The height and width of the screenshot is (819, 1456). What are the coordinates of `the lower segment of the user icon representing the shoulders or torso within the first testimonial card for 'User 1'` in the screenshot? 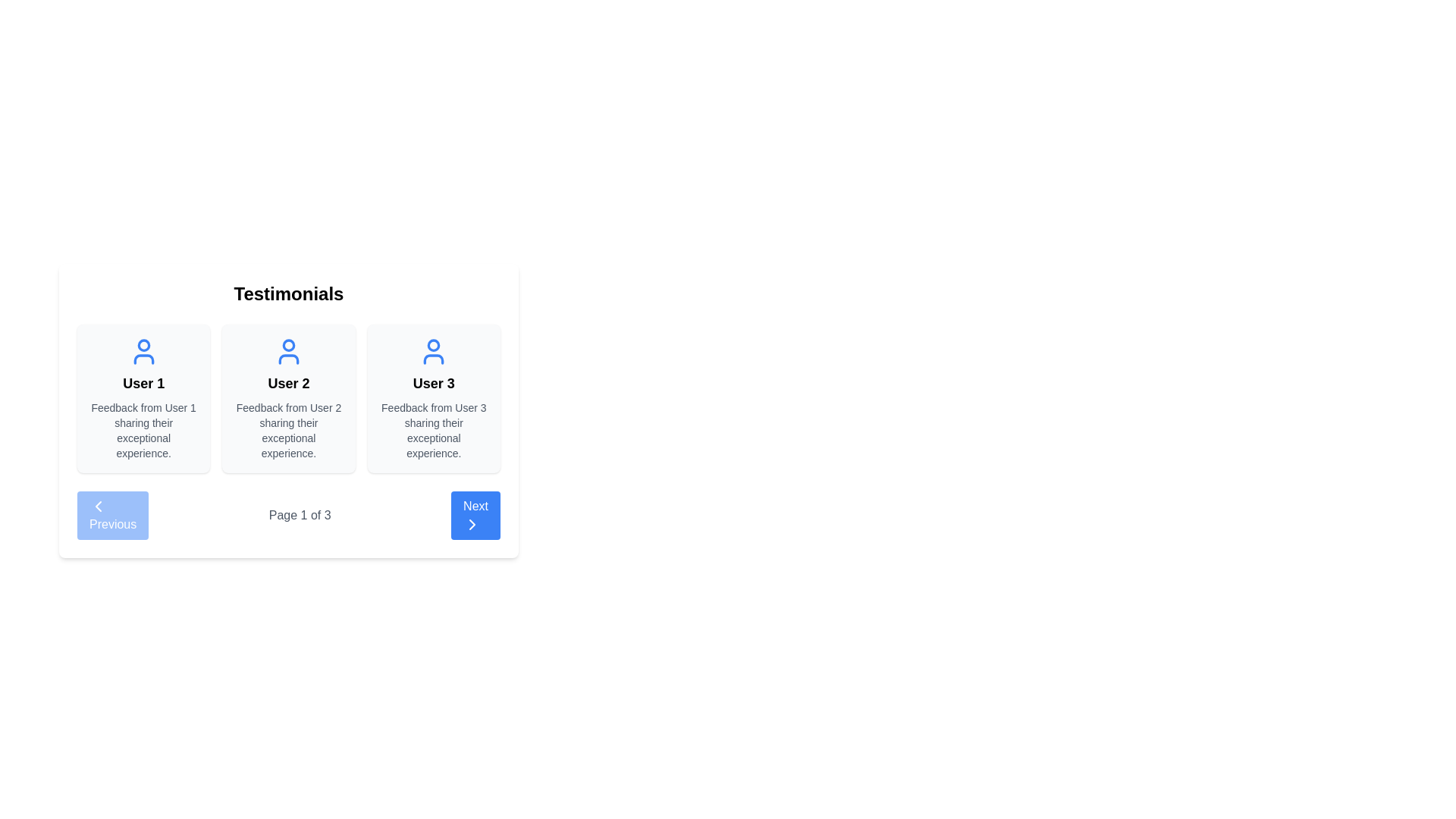 It's located at (143, 359).